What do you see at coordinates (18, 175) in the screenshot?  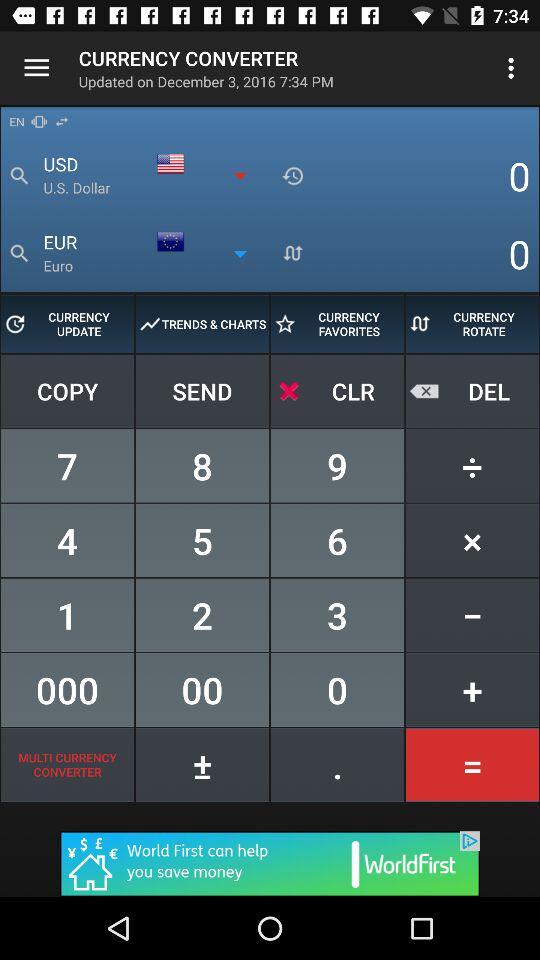 I see `the search icon` at bounding box center [18, 175].